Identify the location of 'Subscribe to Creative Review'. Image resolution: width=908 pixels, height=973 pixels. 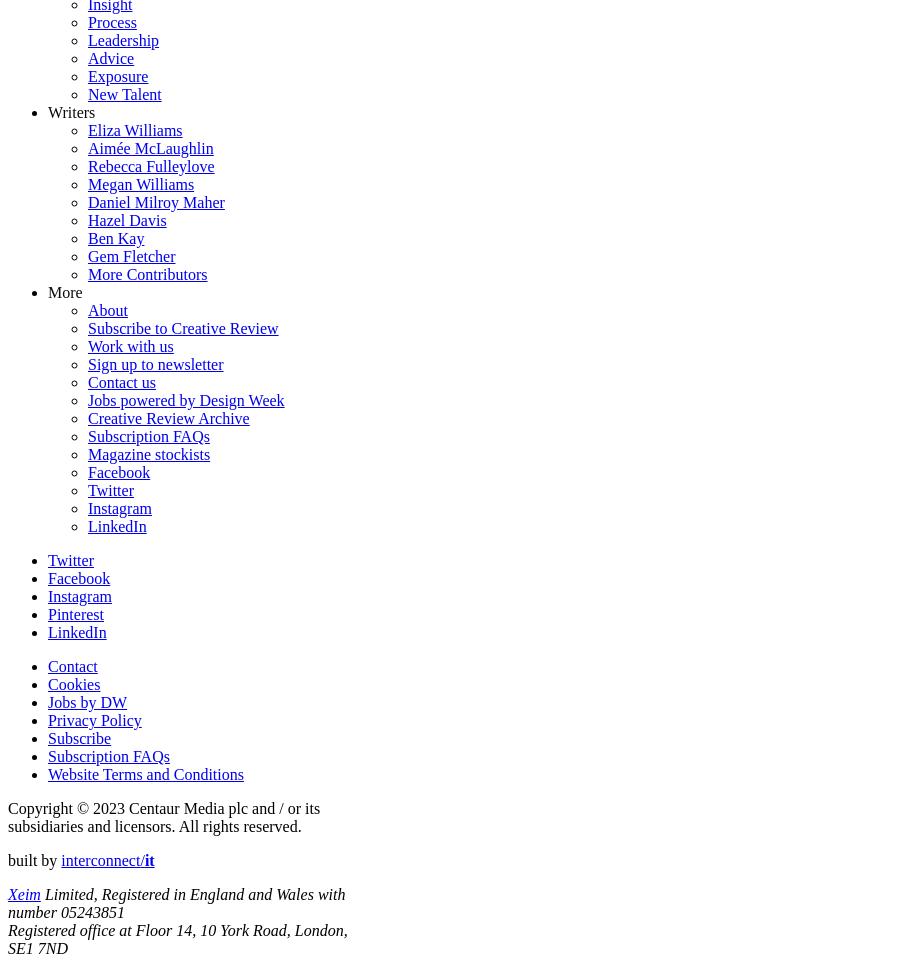
(181, 327).